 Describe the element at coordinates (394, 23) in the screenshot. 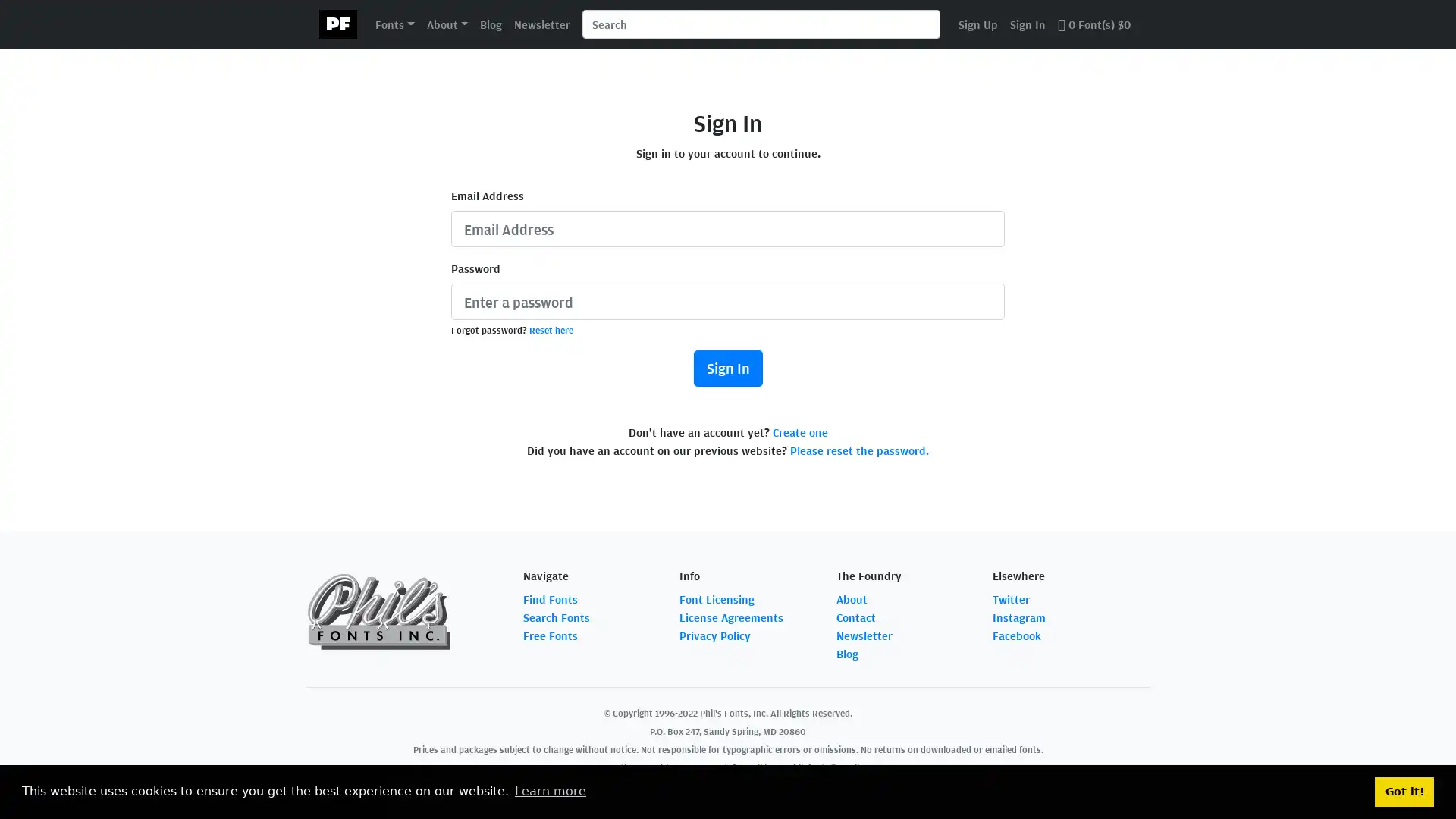

I see `Fonts` at that location.